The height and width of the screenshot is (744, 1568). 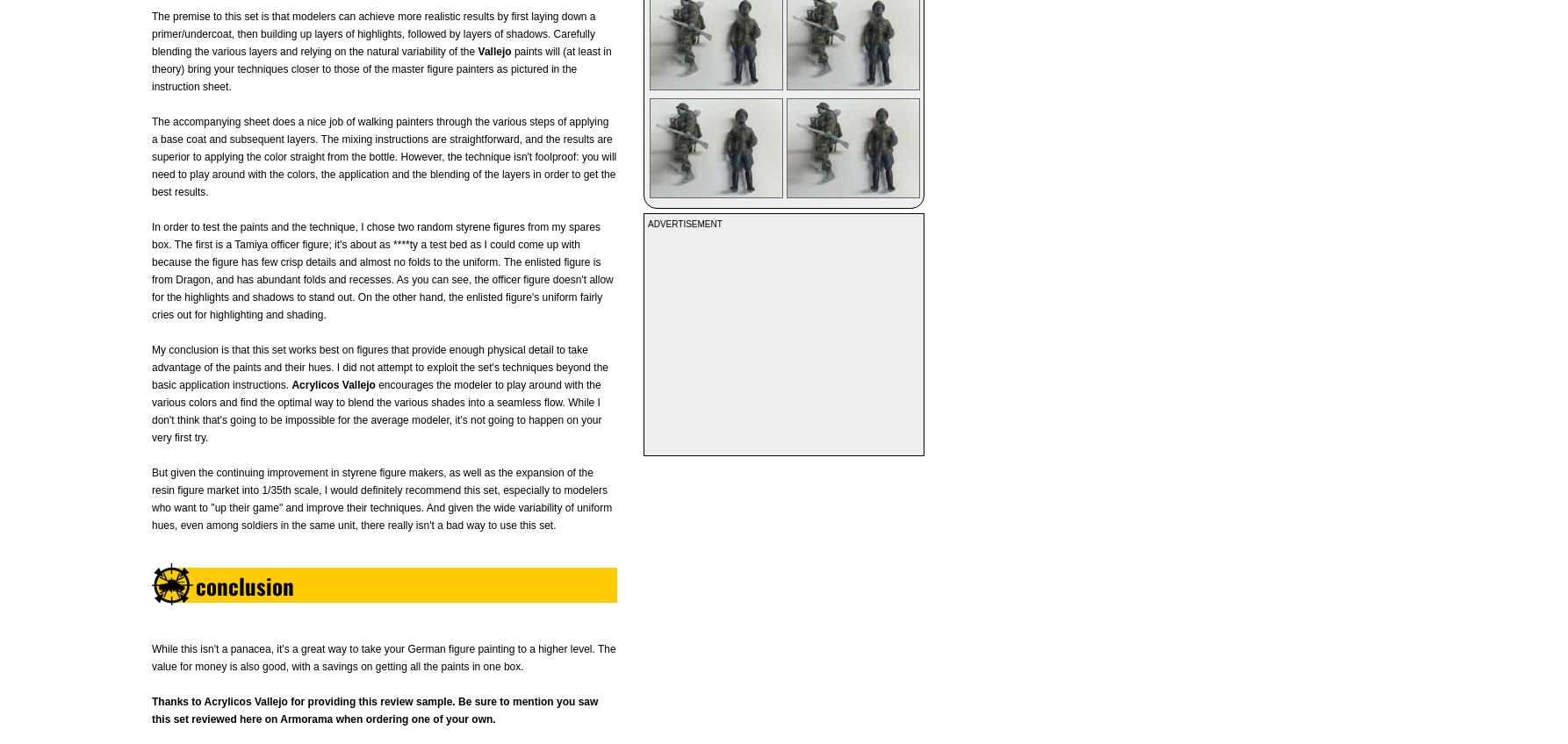 I want to click on 'The premise to this set is that modelers can achieve more realistic results by first laying down a primer/undercoat, then building up layers of highlights, followed by layers of shadows. Carefully blending the various layers and relying on the natural variability of the', so click(x=373, y=33).